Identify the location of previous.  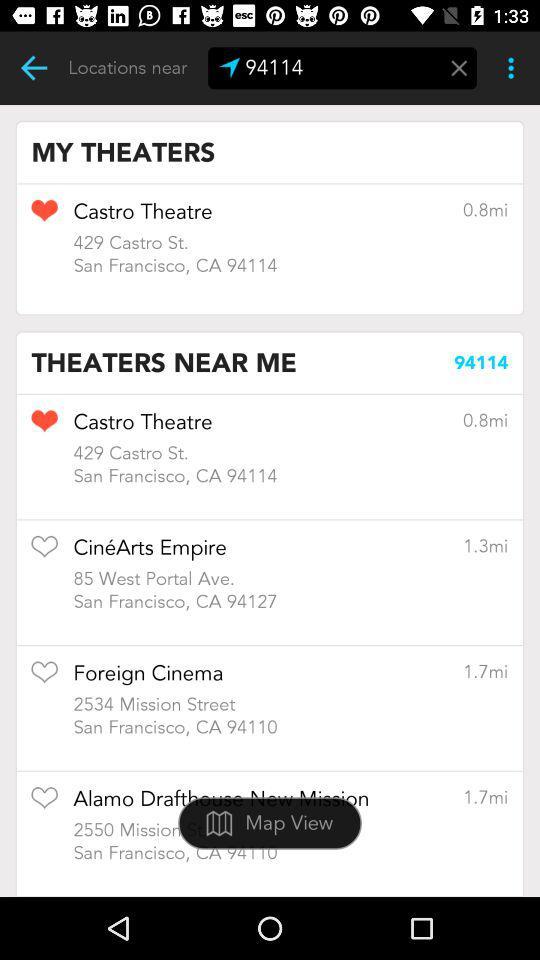
(33, 68).